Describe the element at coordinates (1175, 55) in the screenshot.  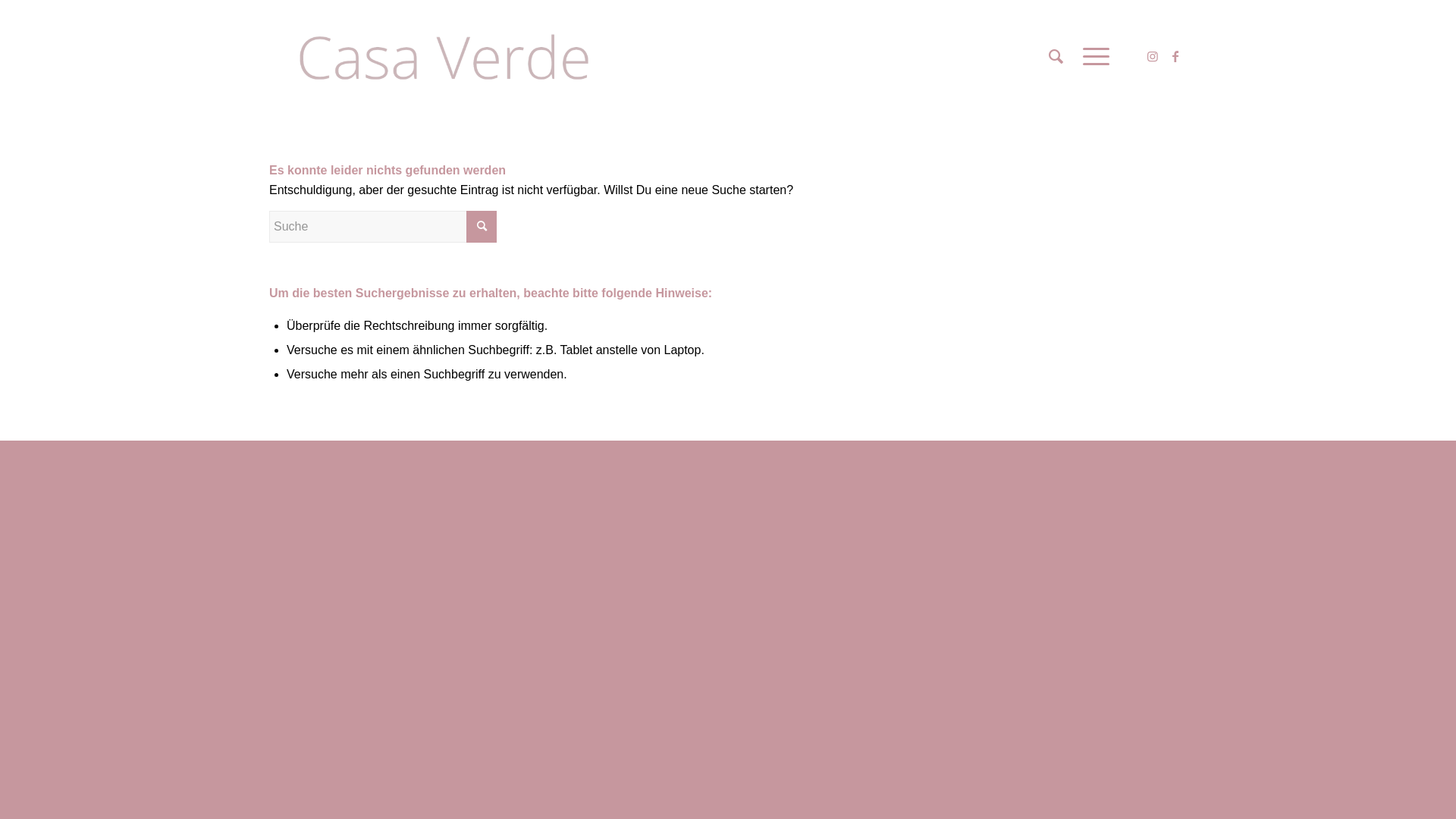
I see `'Facebook'` at that location.